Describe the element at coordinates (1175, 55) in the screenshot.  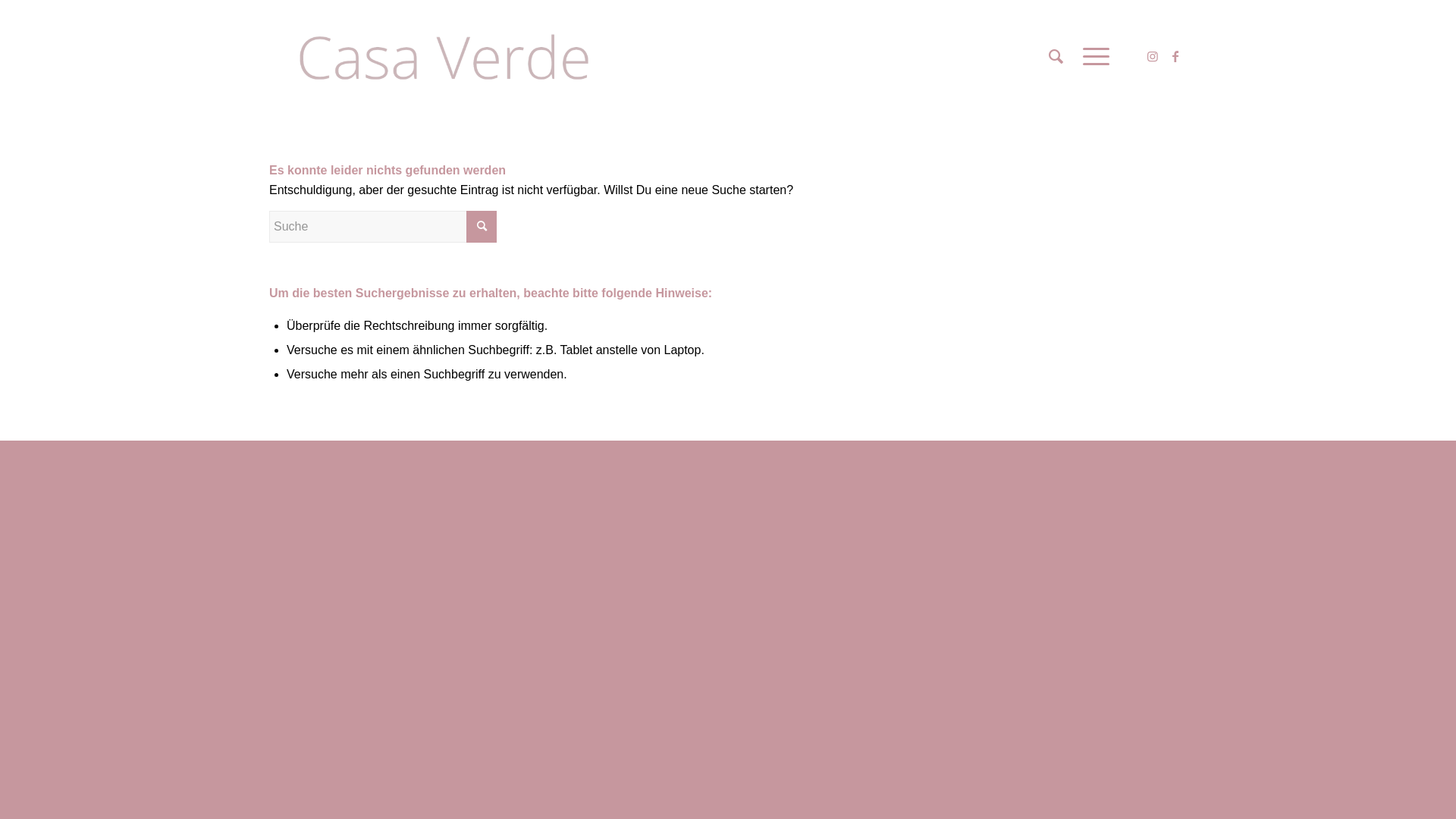
I see `'Facebook'` at that location.